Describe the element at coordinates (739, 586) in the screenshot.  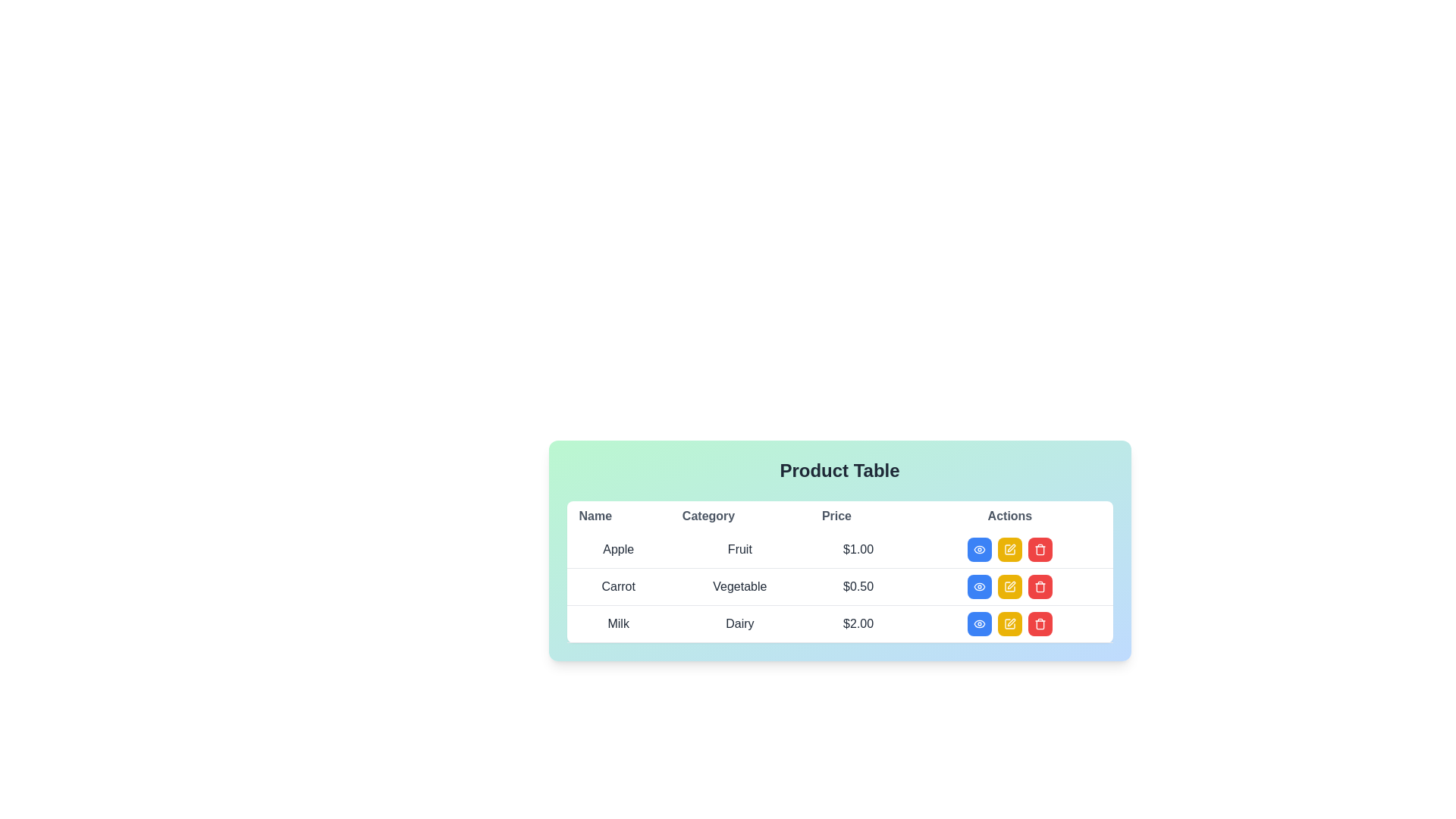
I see `the 'Vegetable' text label in the second row of the table under the 'Category' header, positioned between 'Carrot' and '$0.50'` at that location.